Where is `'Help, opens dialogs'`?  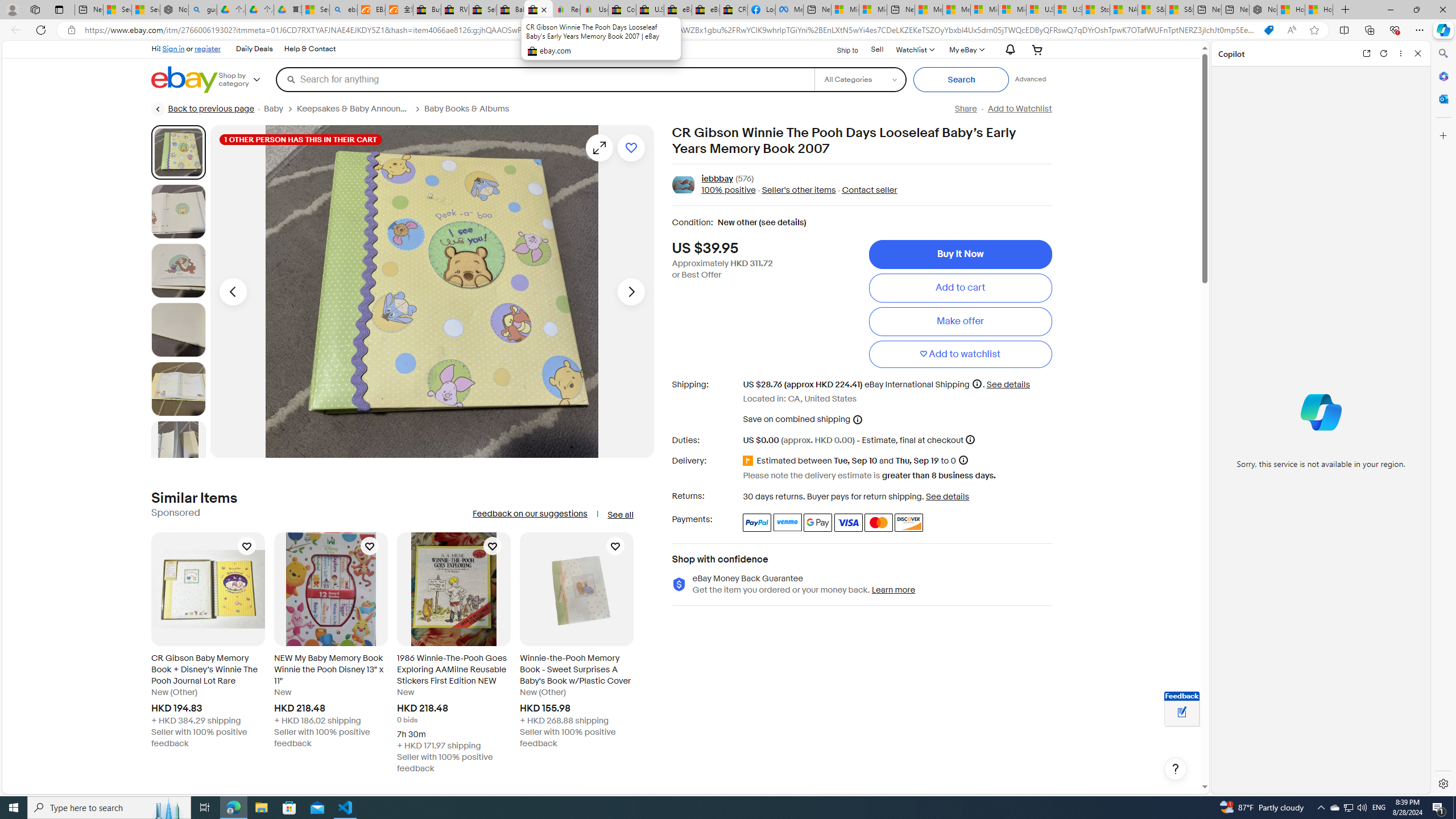 'Help, opens dialogs' is located at coordinates (1175, 768).